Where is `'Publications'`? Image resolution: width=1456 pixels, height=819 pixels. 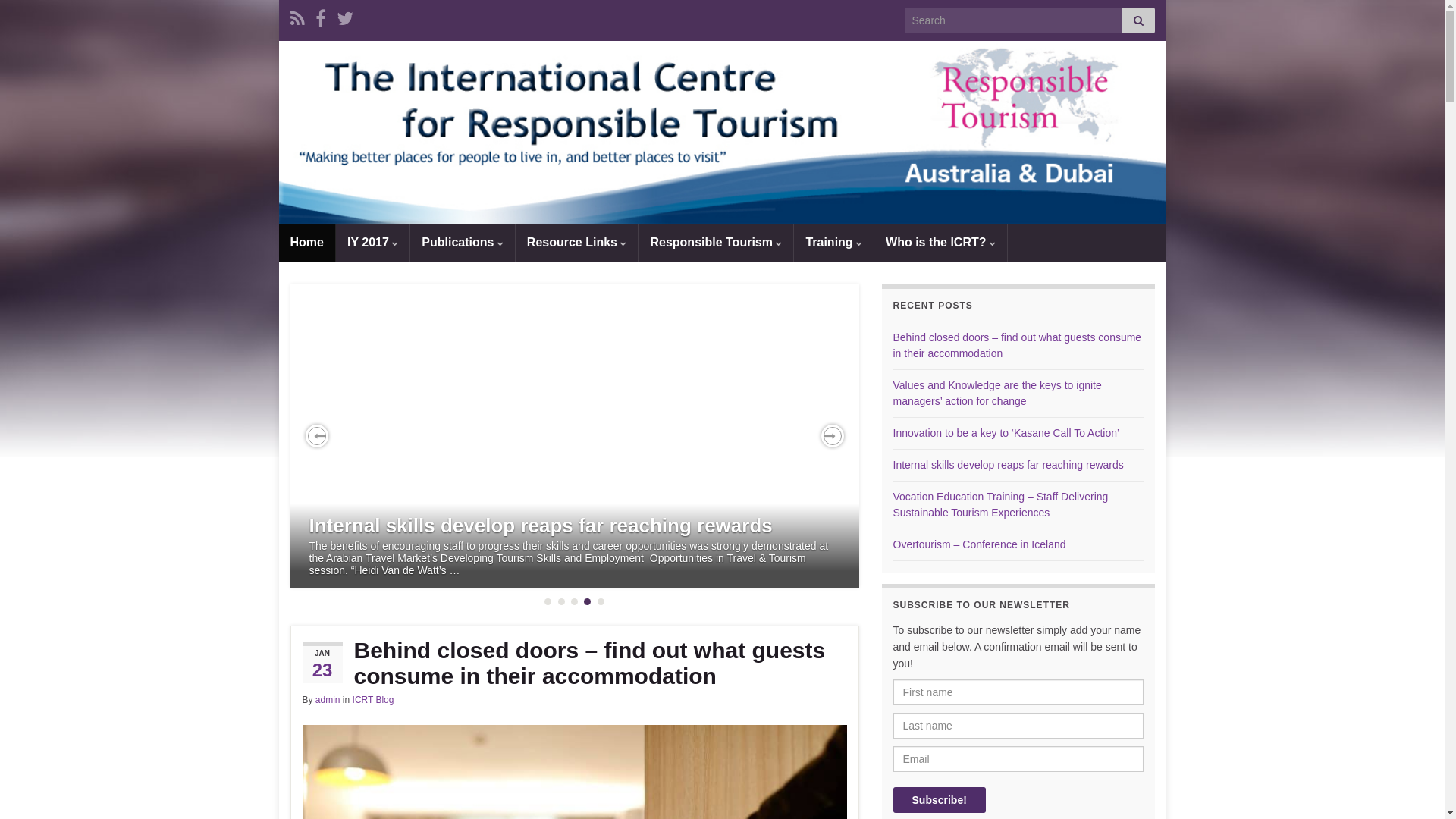 'Publications' is located at coordinates (410, 242).